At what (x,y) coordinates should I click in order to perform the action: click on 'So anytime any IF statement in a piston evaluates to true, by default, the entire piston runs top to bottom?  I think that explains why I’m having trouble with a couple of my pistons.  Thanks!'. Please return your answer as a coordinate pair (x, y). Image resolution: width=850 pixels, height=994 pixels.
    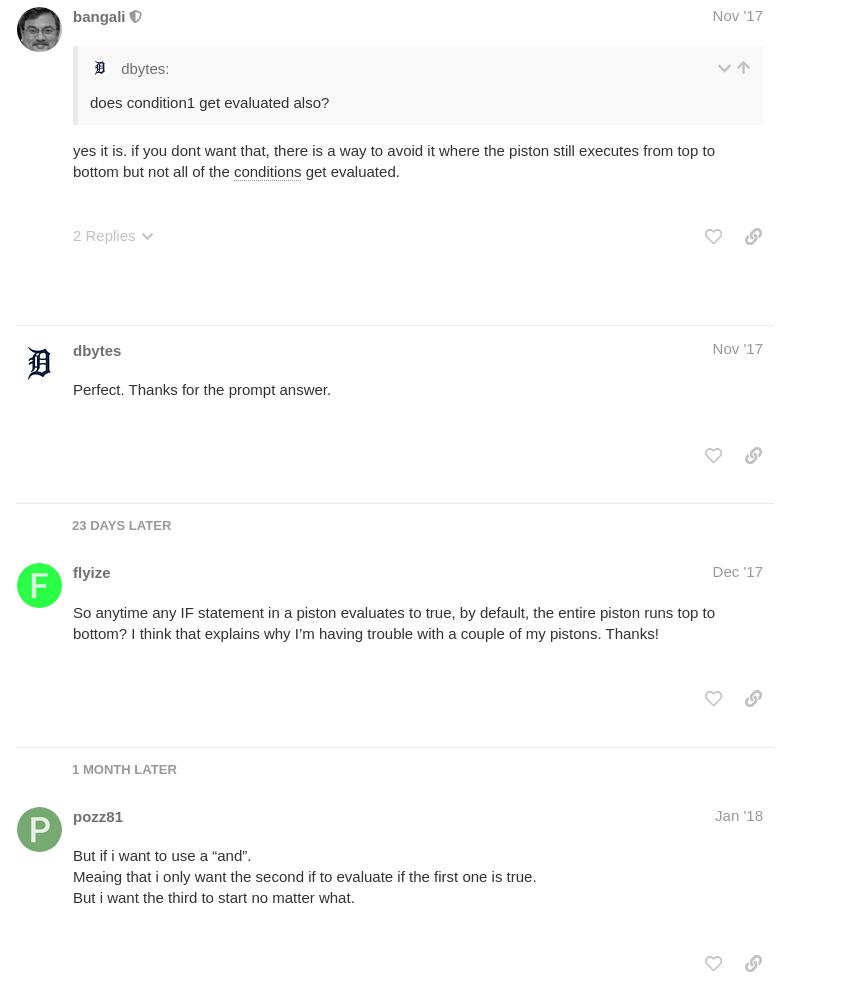
    Looking at the image, I should click on (393, 621).